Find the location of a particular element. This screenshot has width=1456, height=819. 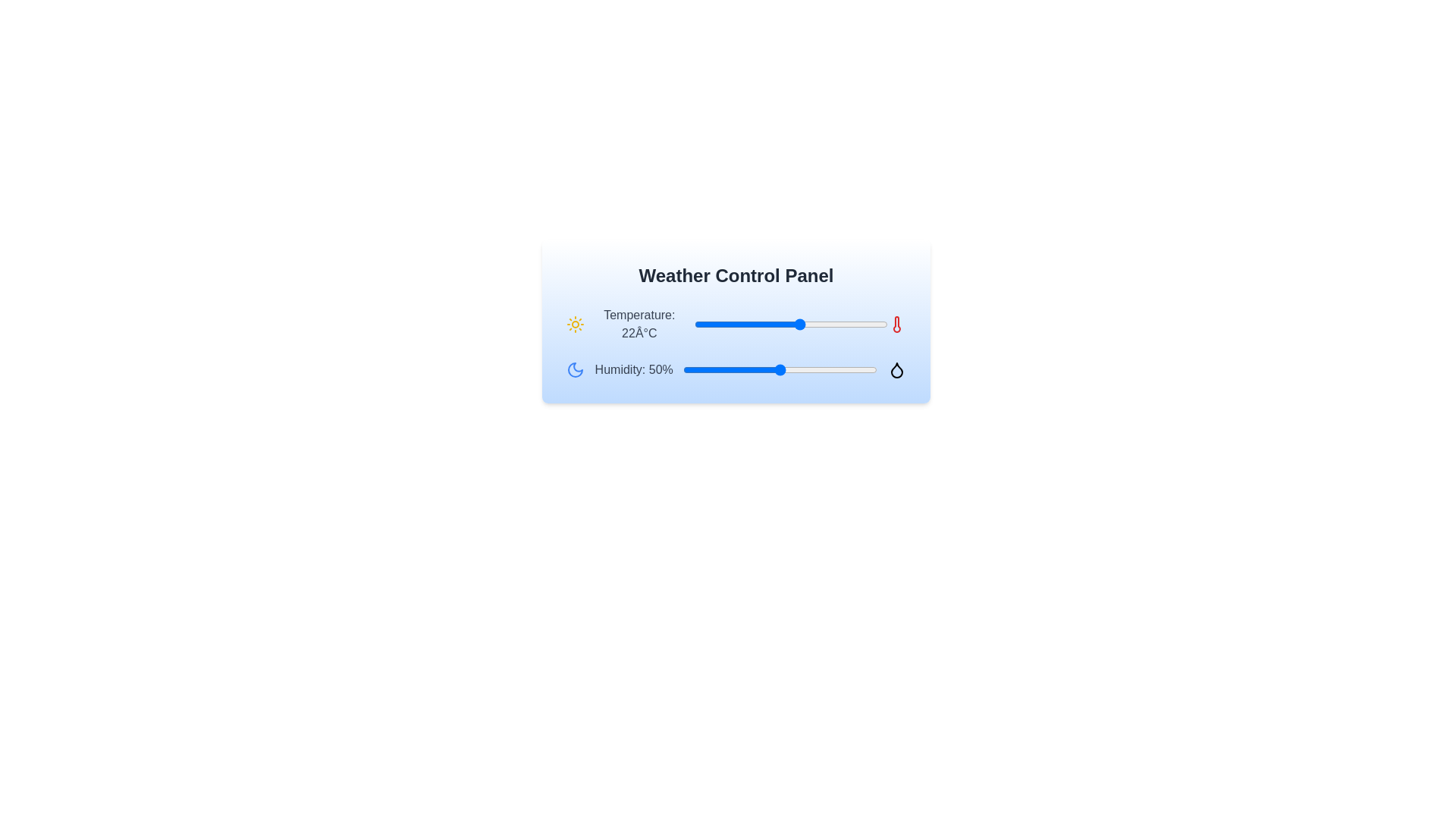

the humidity slider to set the humidity to 46% is located at coordinates (773, 370).